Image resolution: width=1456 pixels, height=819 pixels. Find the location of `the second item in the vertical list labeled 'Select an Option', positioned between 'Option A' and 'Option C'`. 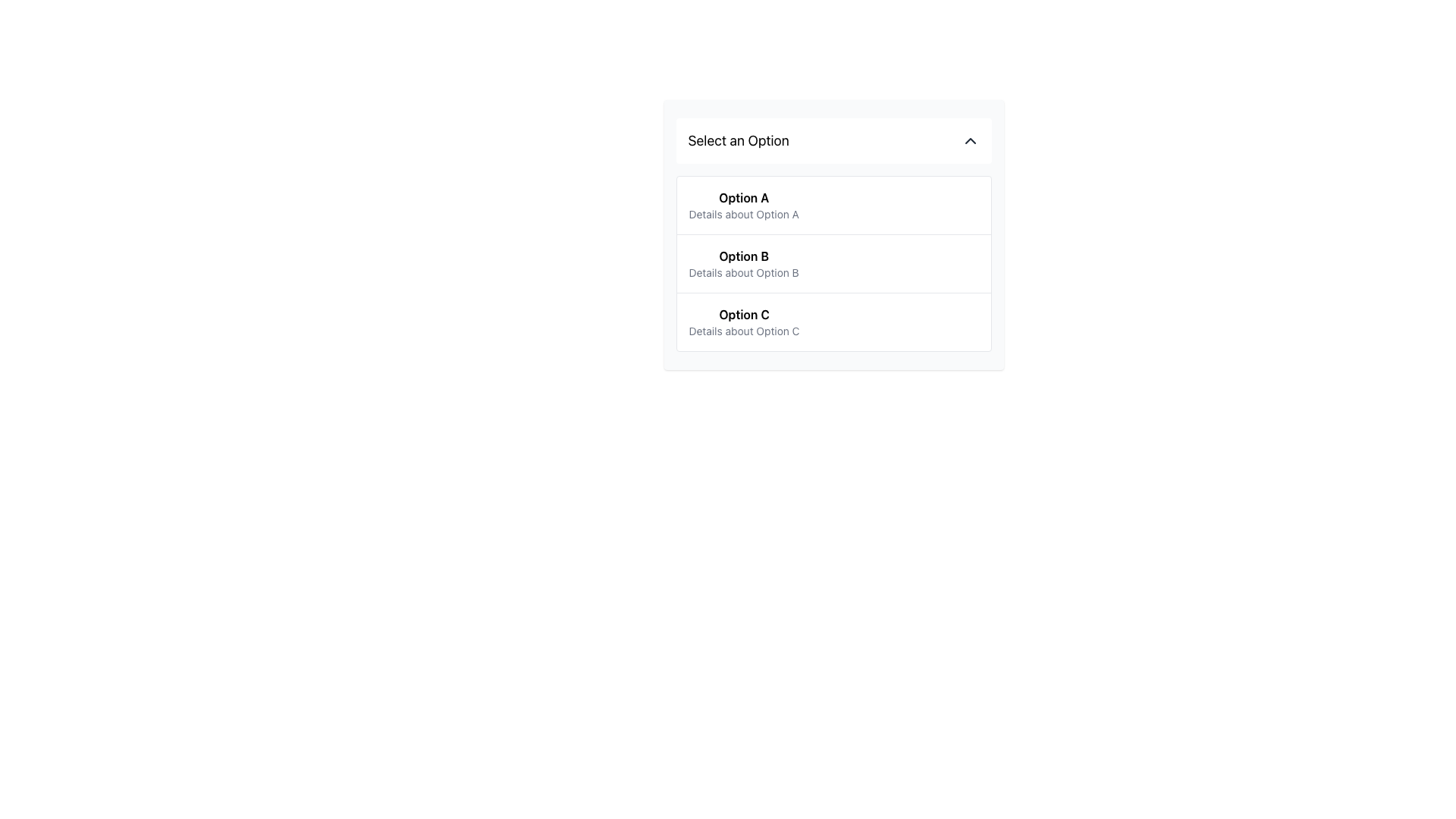

the second item in the vertical list labeled 'Select an Option', positioned between 'Option A' and 'Option C' is located at coordinates (833, 262).